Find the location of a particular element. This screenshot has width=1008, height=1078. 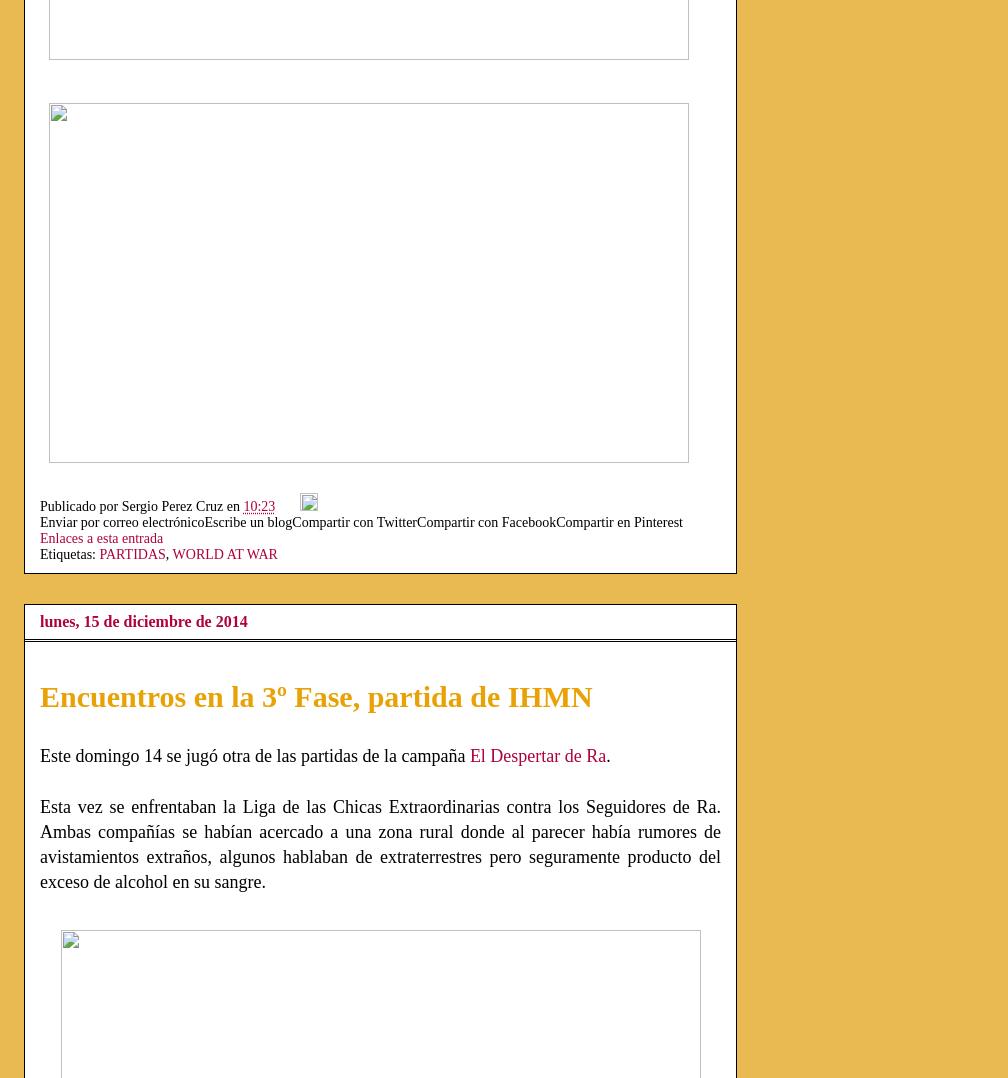

'.' is located at coordinates (608, 756).